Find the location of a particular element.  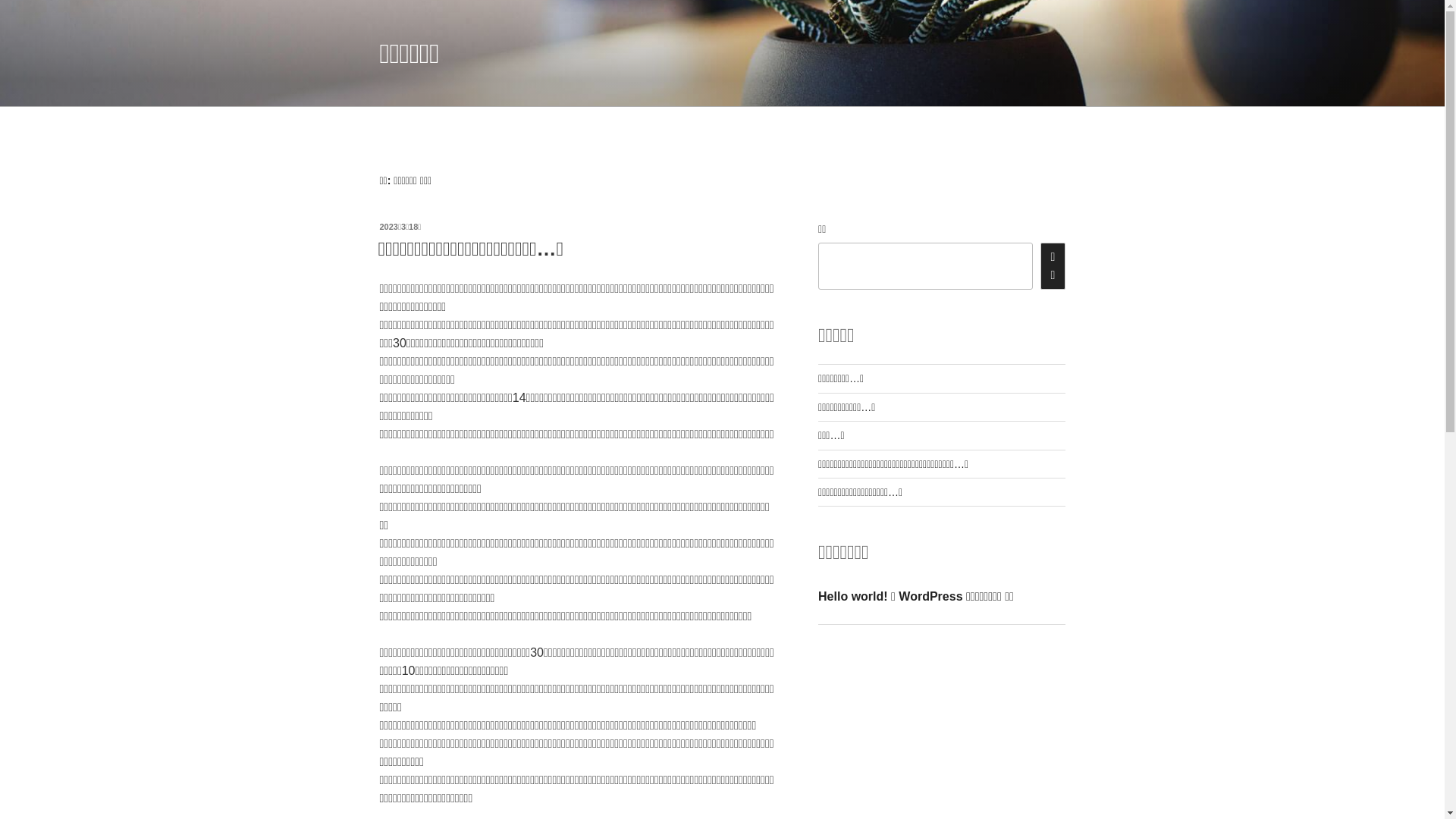

'Hello world!' is located at coordinates (852, 595).